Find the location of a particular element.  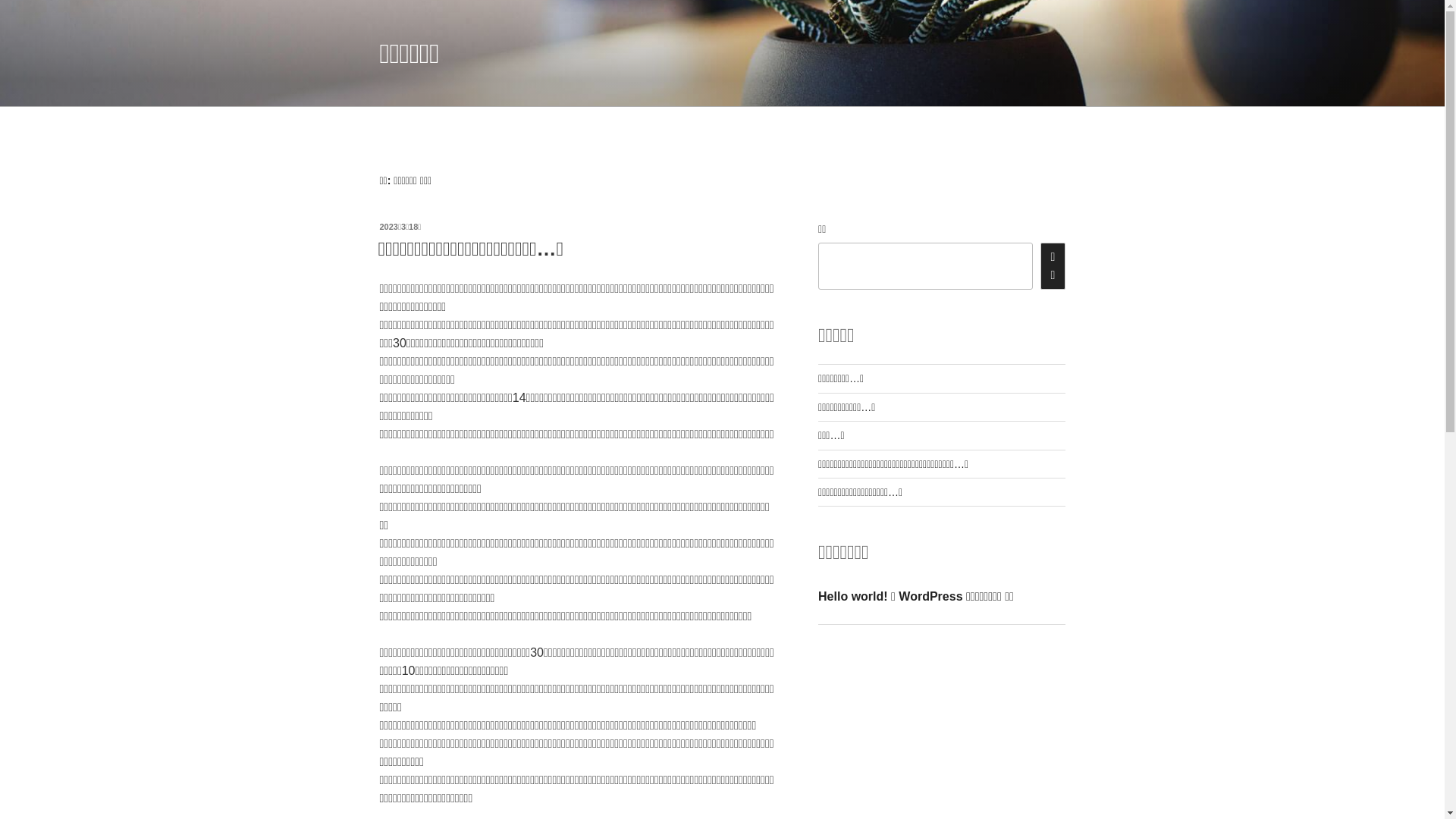

'Hello world!' is located at coordinates (852, 595).